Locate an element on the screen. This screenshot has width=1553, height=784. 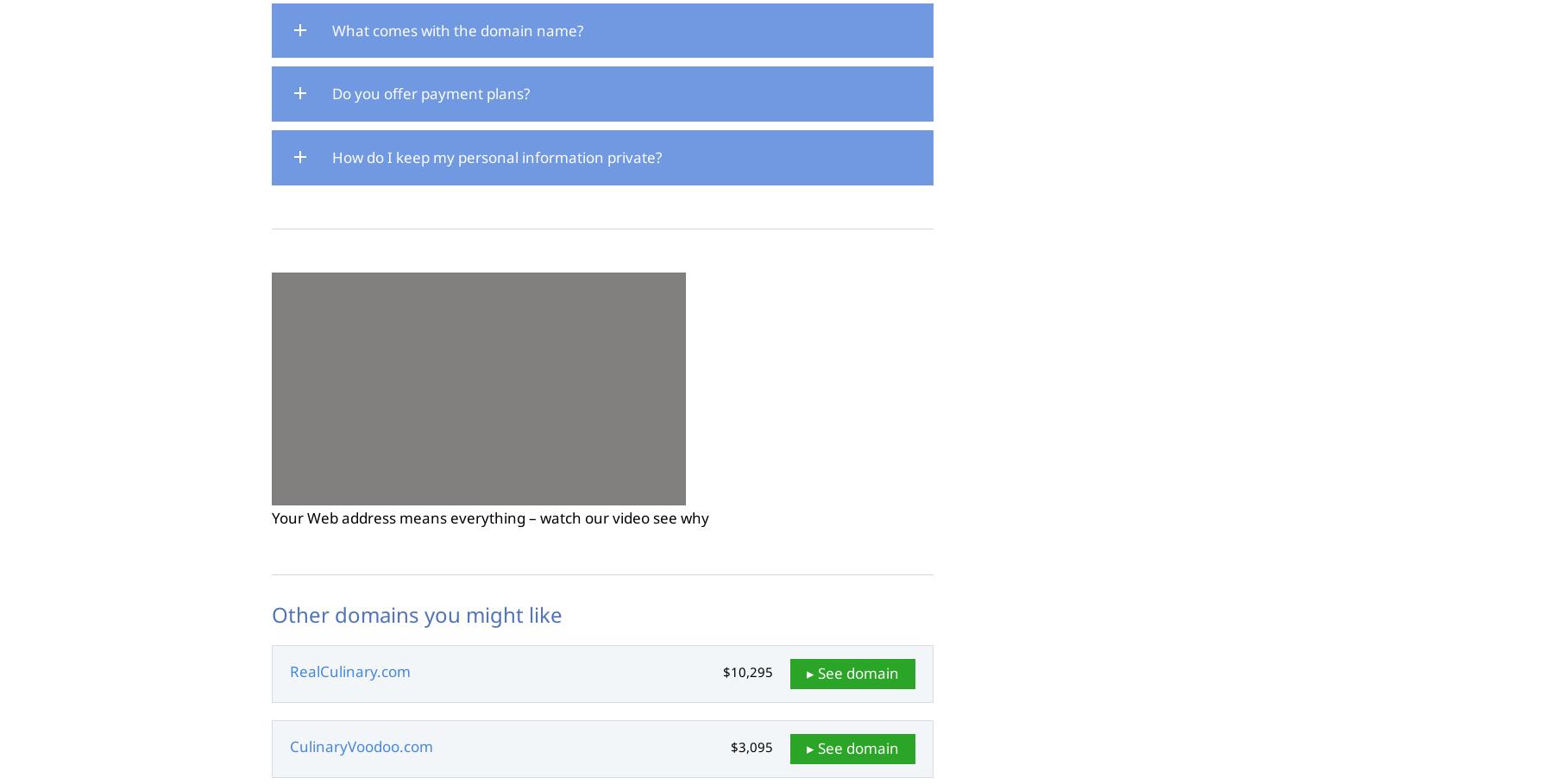
'Other domains you might like' is located at coordinates (271, 612).